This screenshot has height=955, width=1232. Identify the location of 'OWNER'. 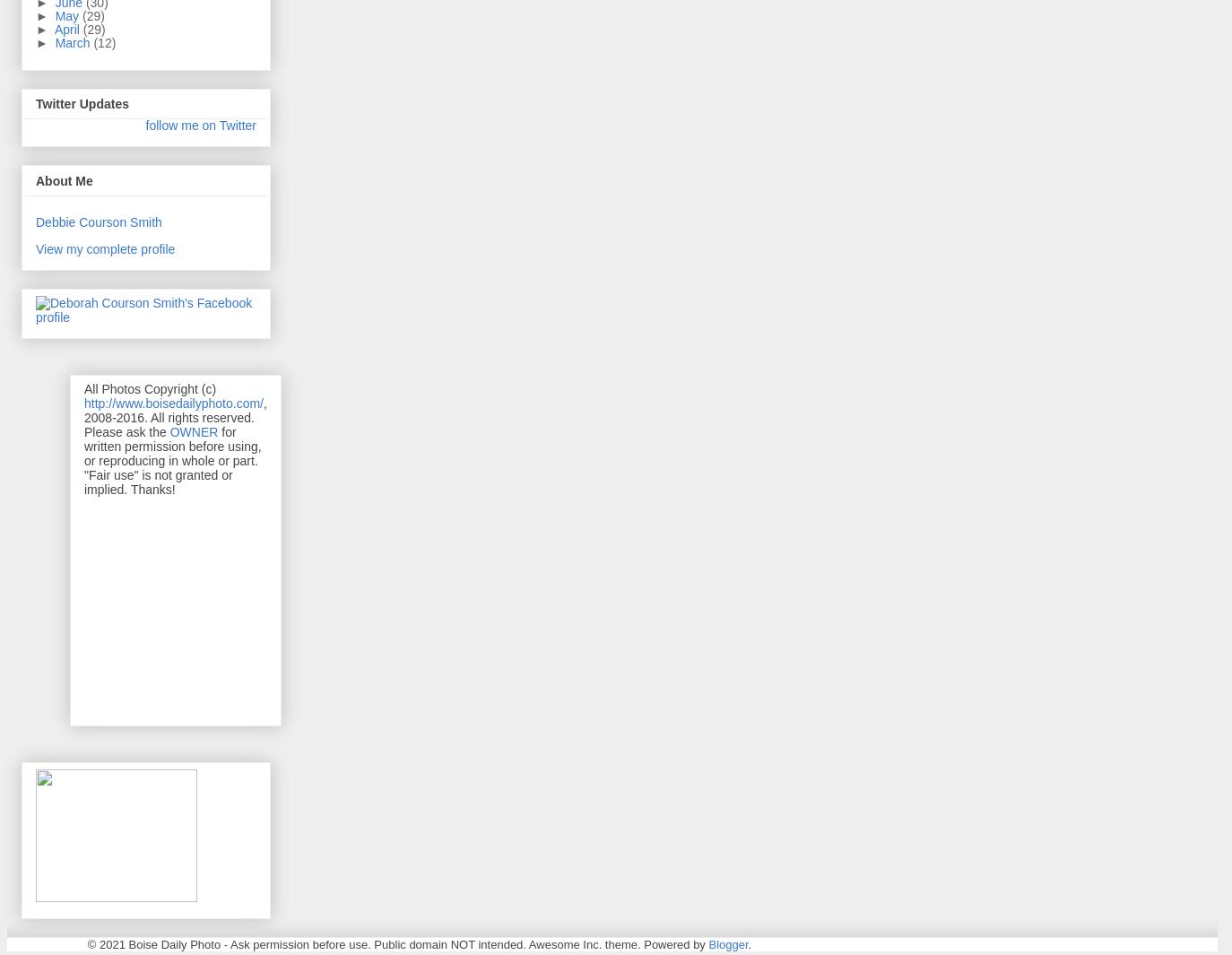
(192, 430).